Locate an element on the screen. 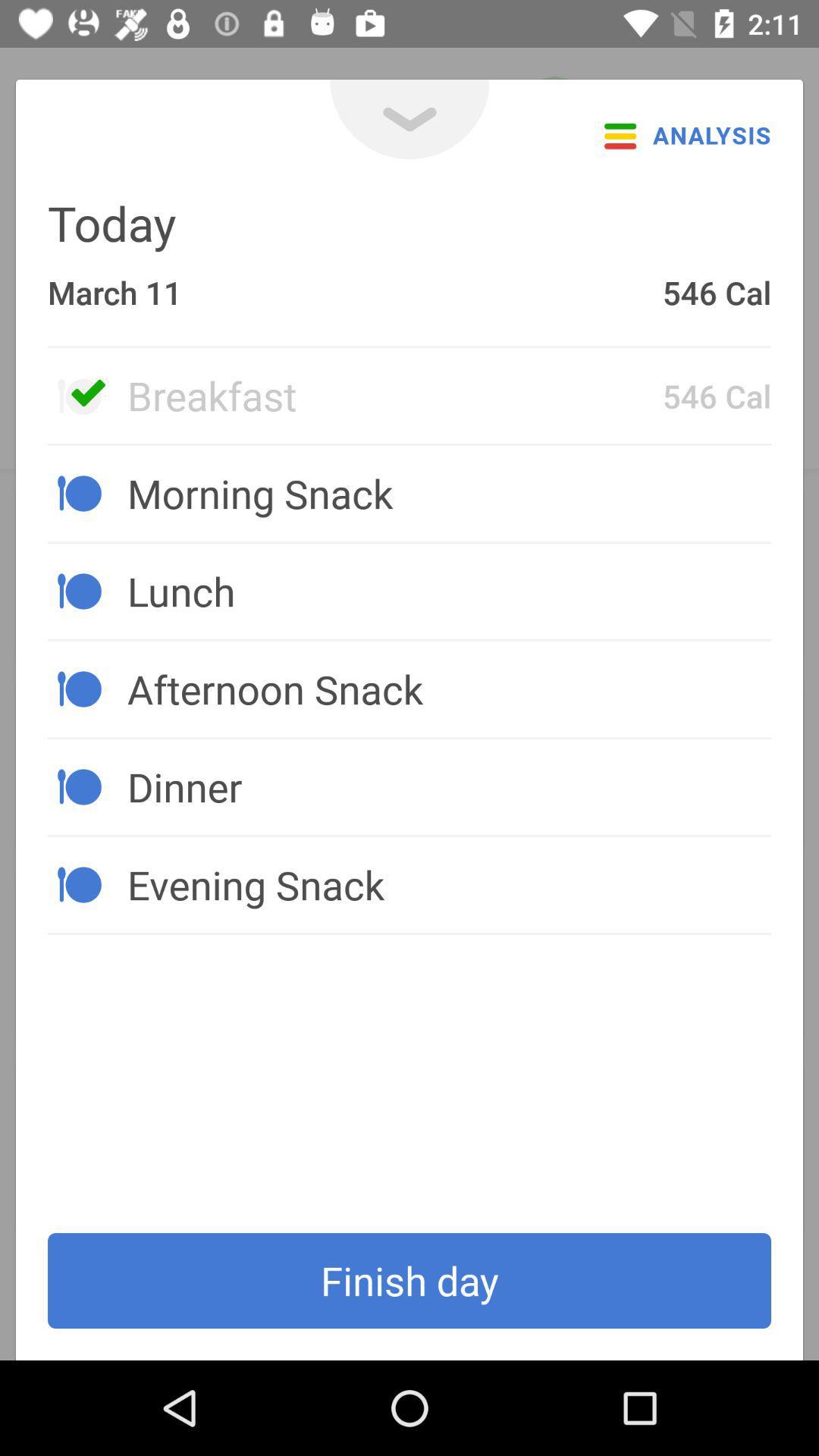 The height and width of the screenshot is (1456, 819). the icon to the left of the analysis icon is located at coordinates (409, 118).